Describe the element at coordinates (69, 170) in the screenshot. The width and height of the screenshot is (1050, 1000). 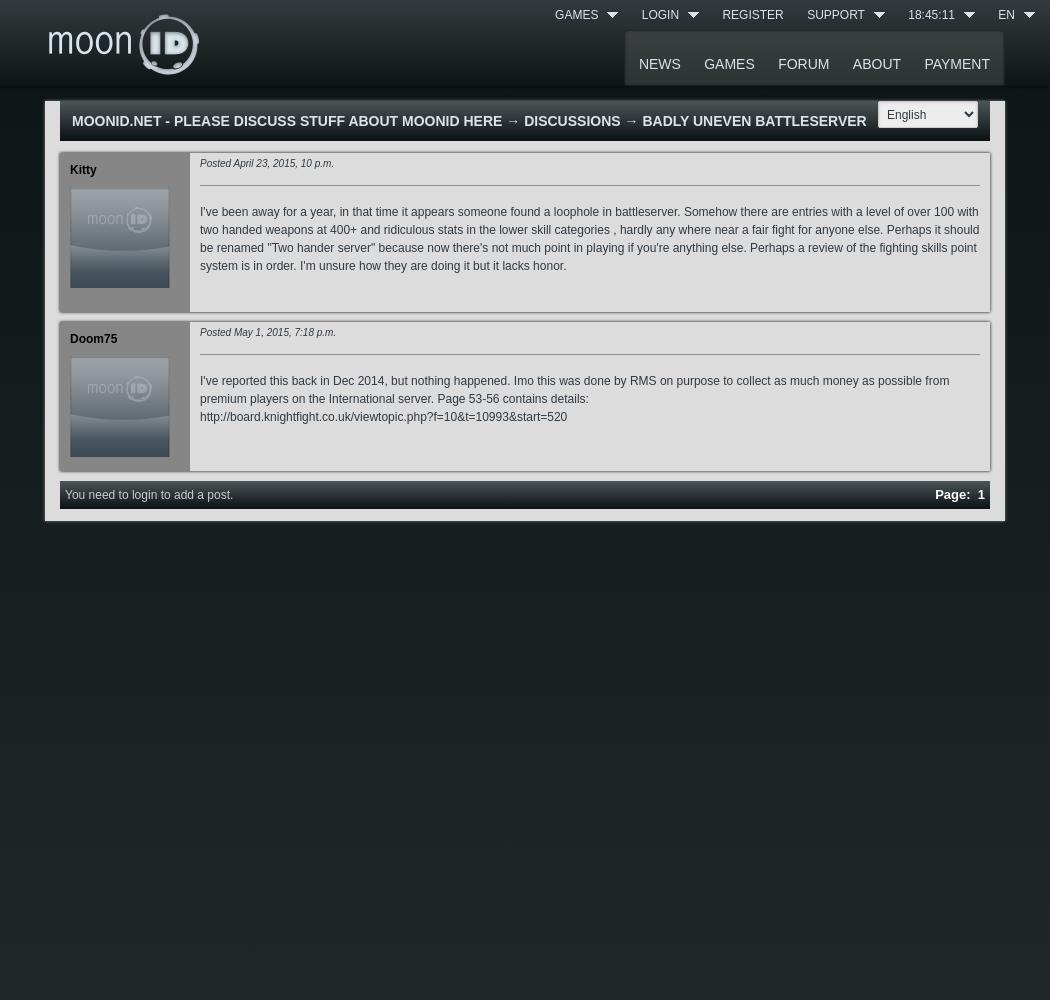
I see `'Kitty'` at that location.